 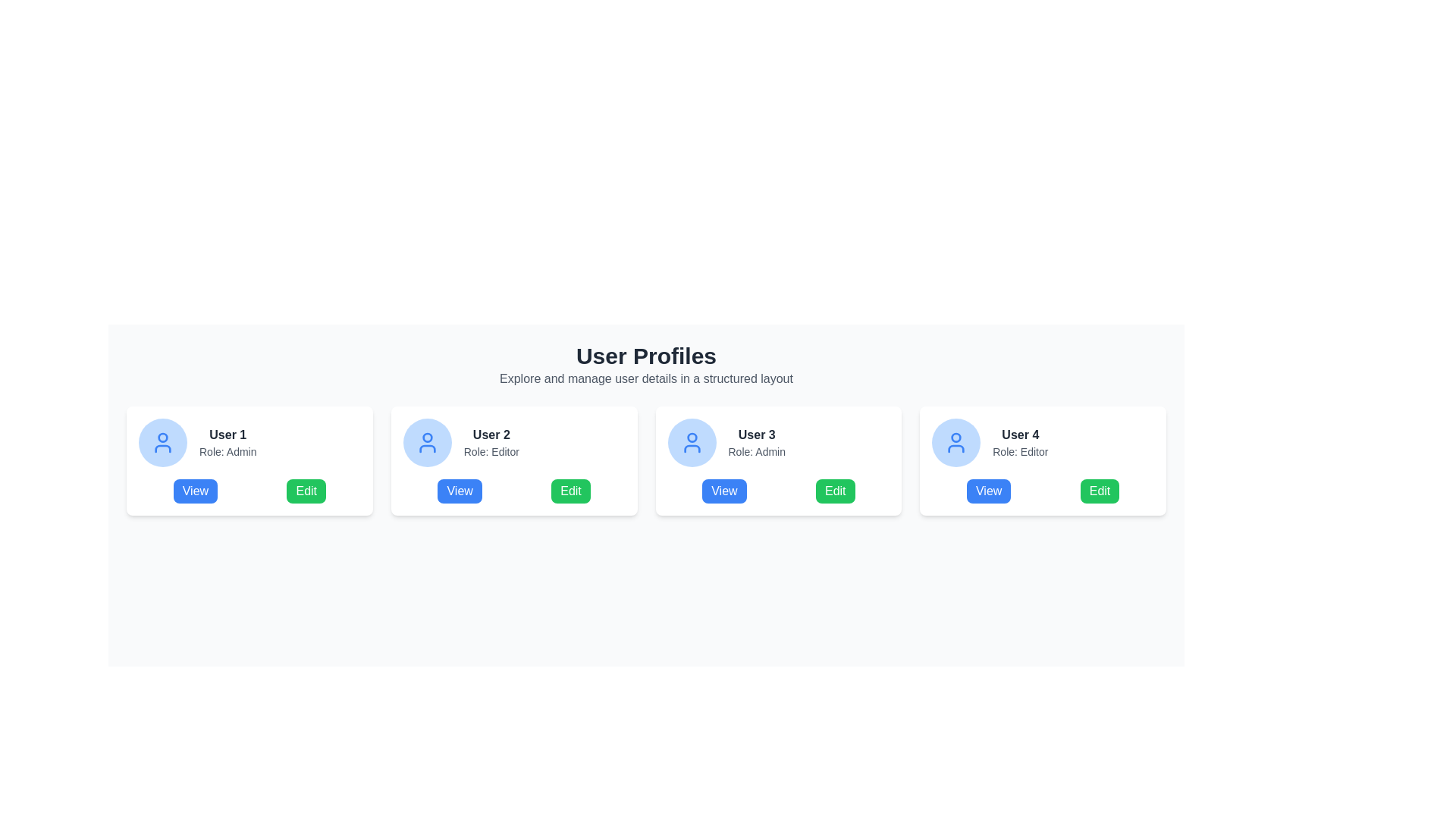 I want to click on the circular user icon, so click(x=163, y=442).